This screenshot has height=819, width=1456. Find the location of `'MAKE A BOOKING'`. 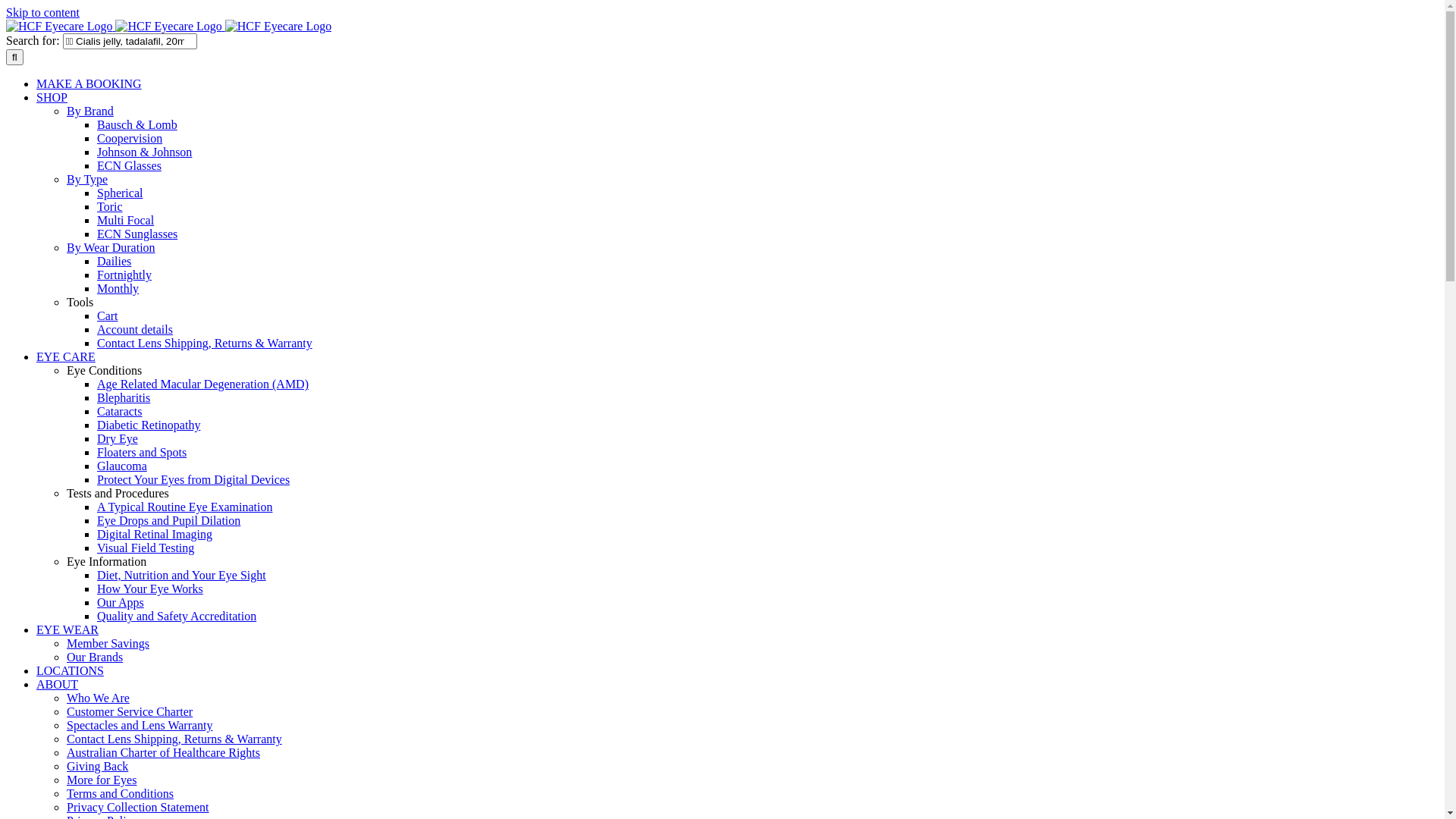

'MAKE A BOOKING' is located at coordinates (88, 83).